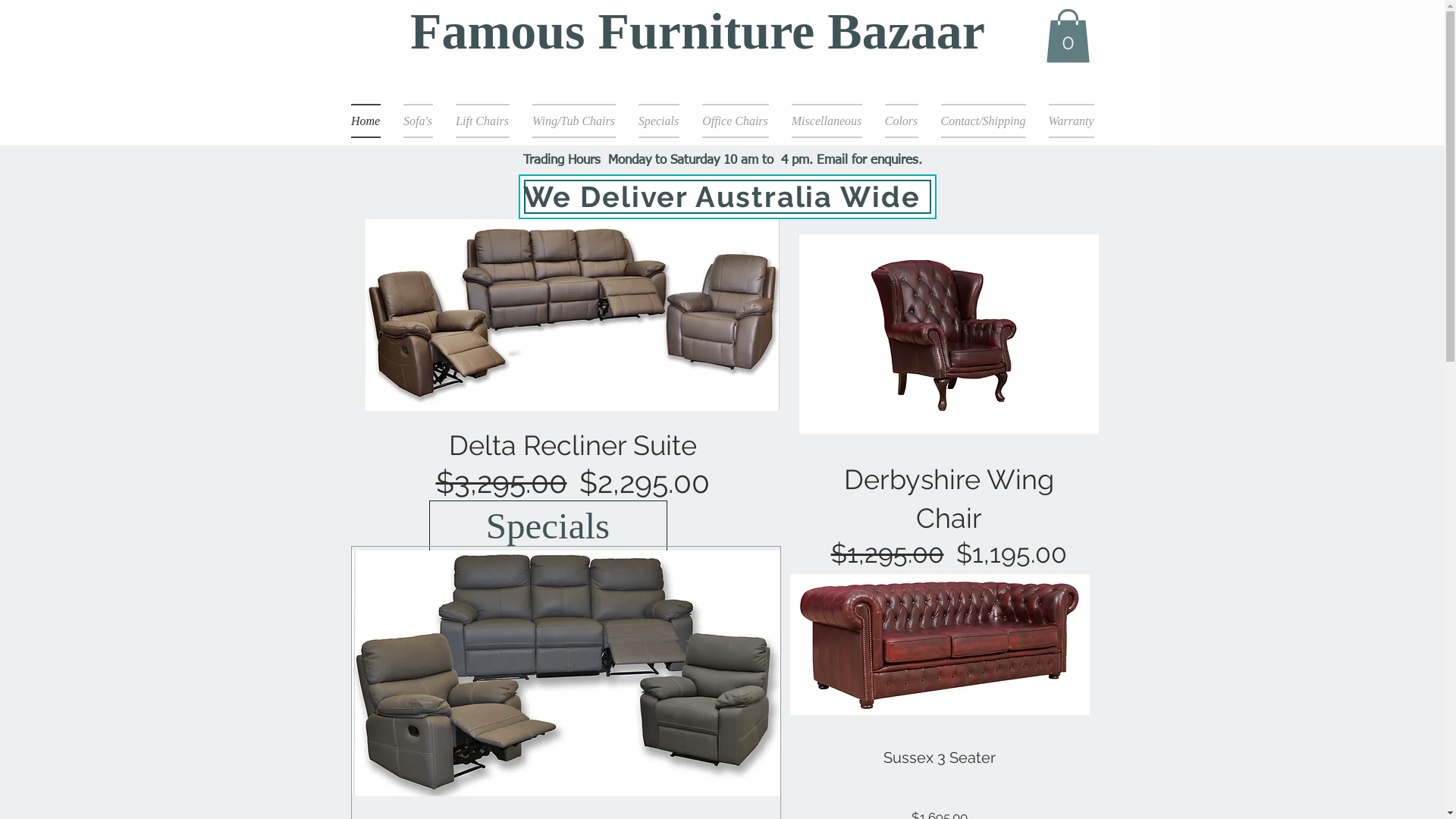 Image resolution: width=1456 pixels, height=819 pixels. Describe the element at coordinates (658, 120) in the screenshot. I see `'Specials'` at that location.